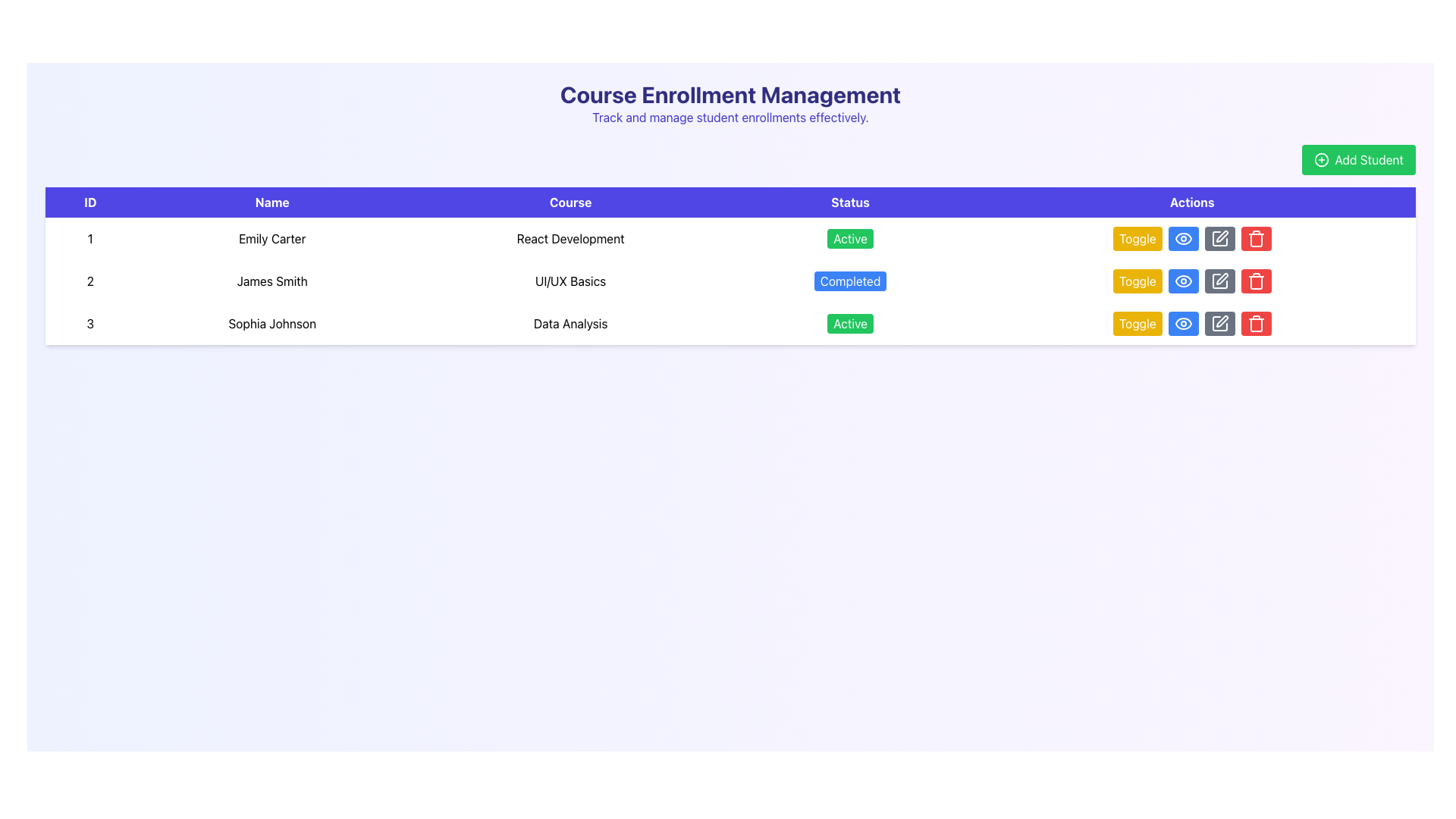 This screenshot has height=819, width=1456. What do you see at coordinates (1256, 281) in the screenshot?
I see `the red trash button located in the third row of the table under the 'Actions' column to observe the hover effect` at bounding box center [1256, 281].